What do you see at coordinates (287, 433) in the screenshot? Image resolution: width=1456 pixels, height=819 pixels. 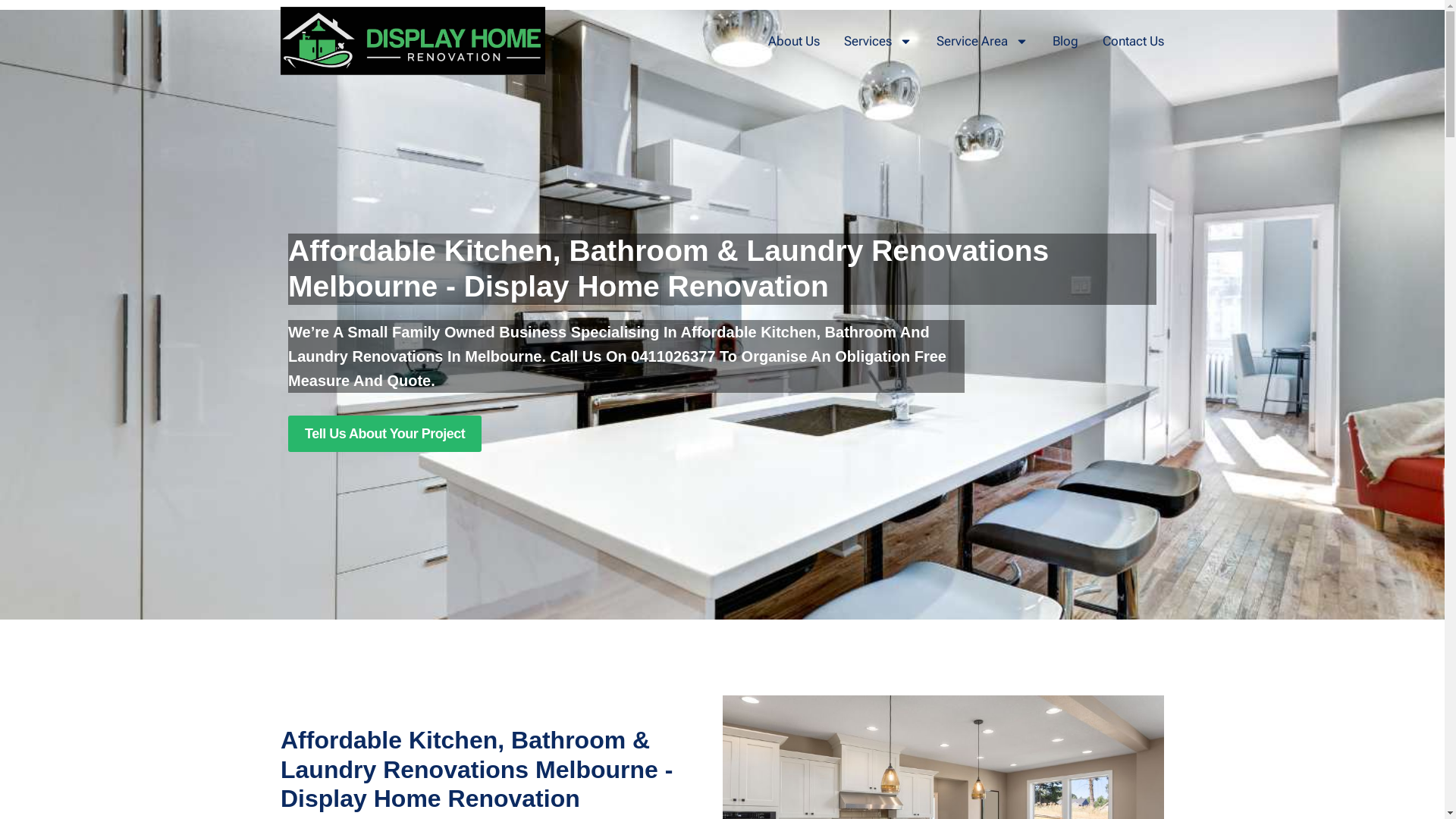 I see `'Tell Us About Your Project'` at bounding box center [287, 433].